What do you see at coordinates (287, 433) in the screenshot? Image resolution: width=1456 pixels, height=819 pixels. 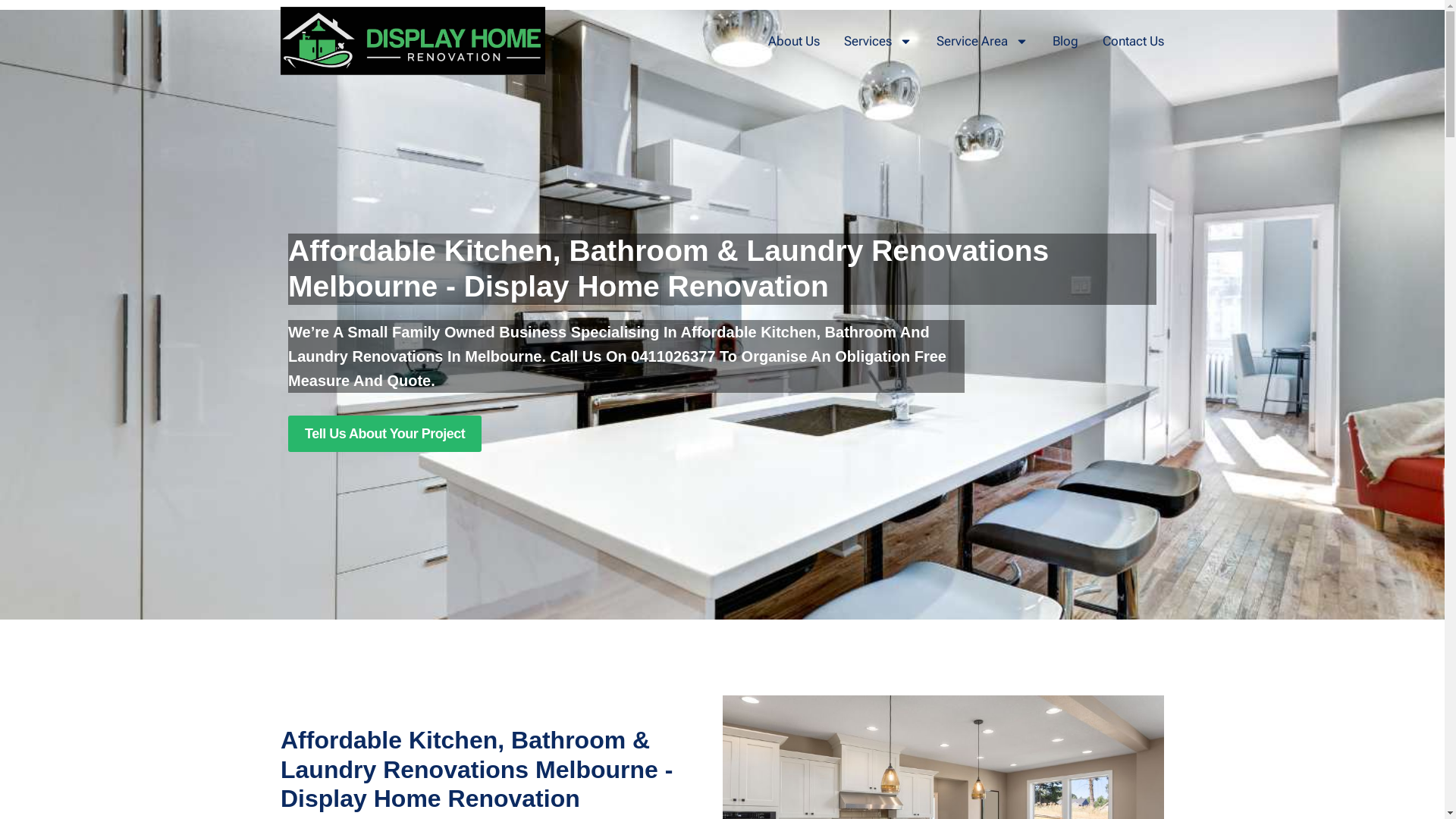 I see `'Tell Us About Your Project'` at bounding box center [287, 433].